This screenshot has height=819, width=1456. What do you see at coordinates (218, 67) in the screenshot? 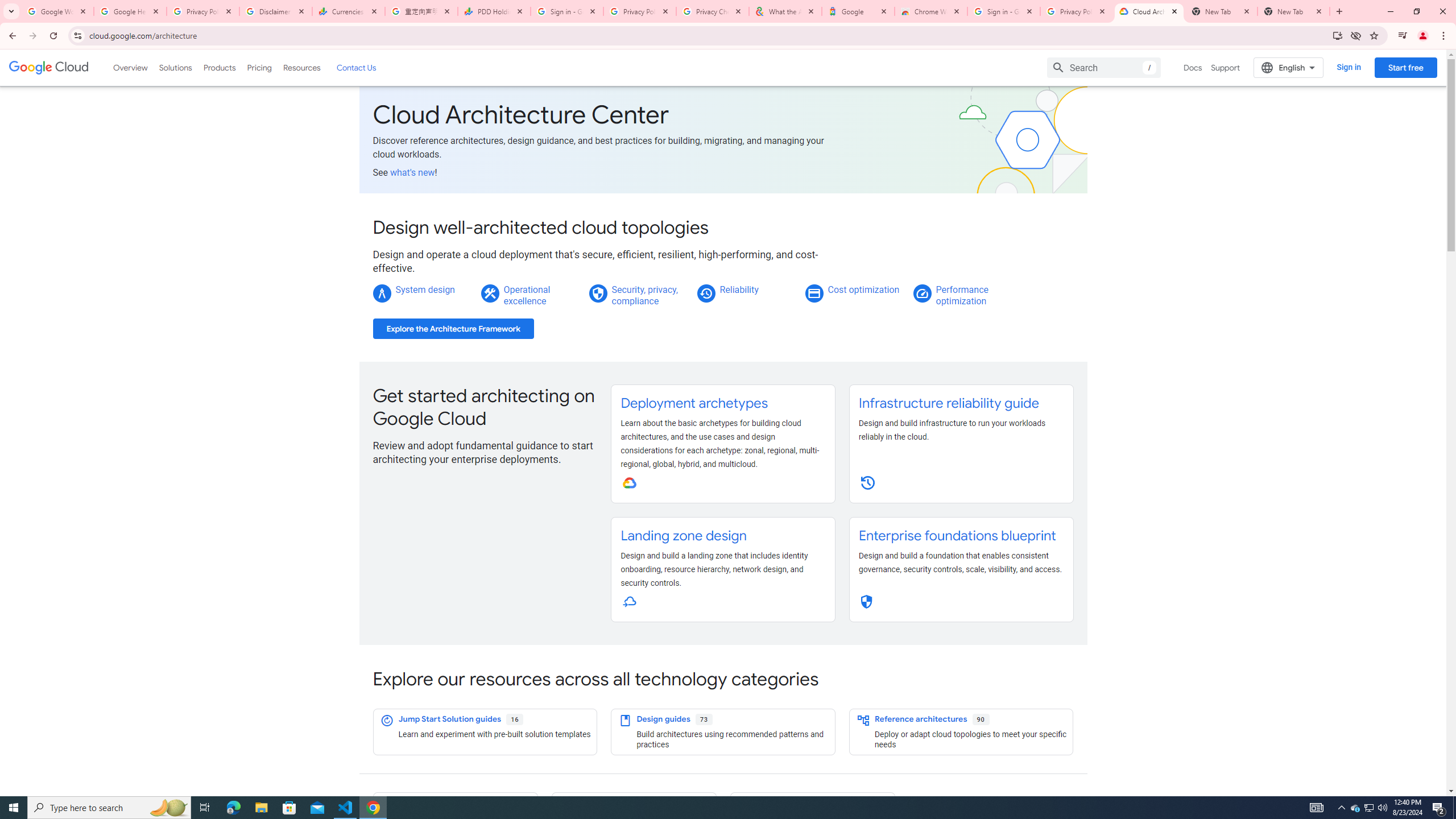
I see `'Products'` at bounding box center [218, 67].